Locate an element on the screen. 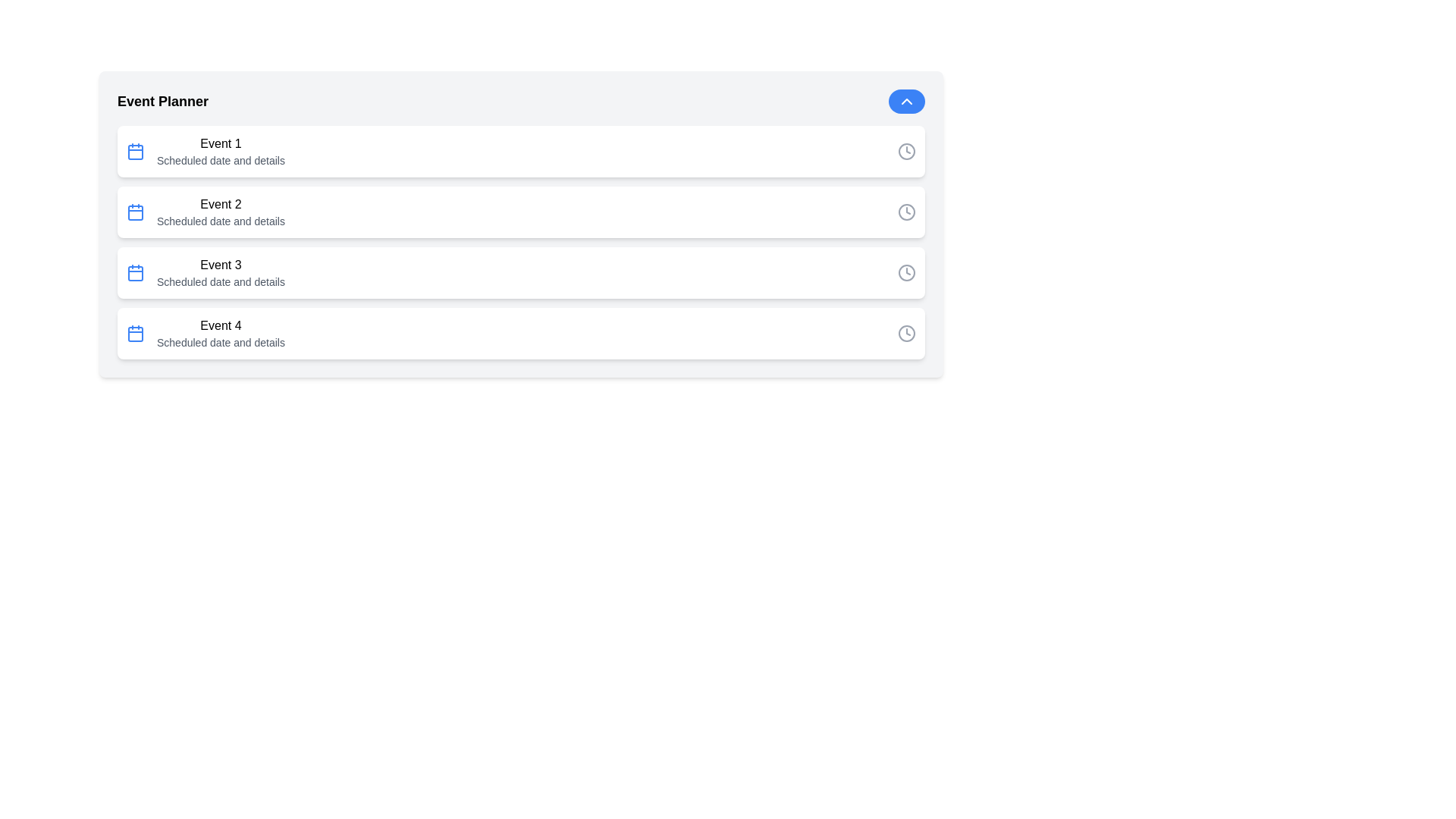 Image resolution: width=1456 pixels, height=819 pixels. the text label reading 'Scheduled date and details', which is located directly under the title 'Event 2' in the structured list of events is located at coordinates (220, 221).